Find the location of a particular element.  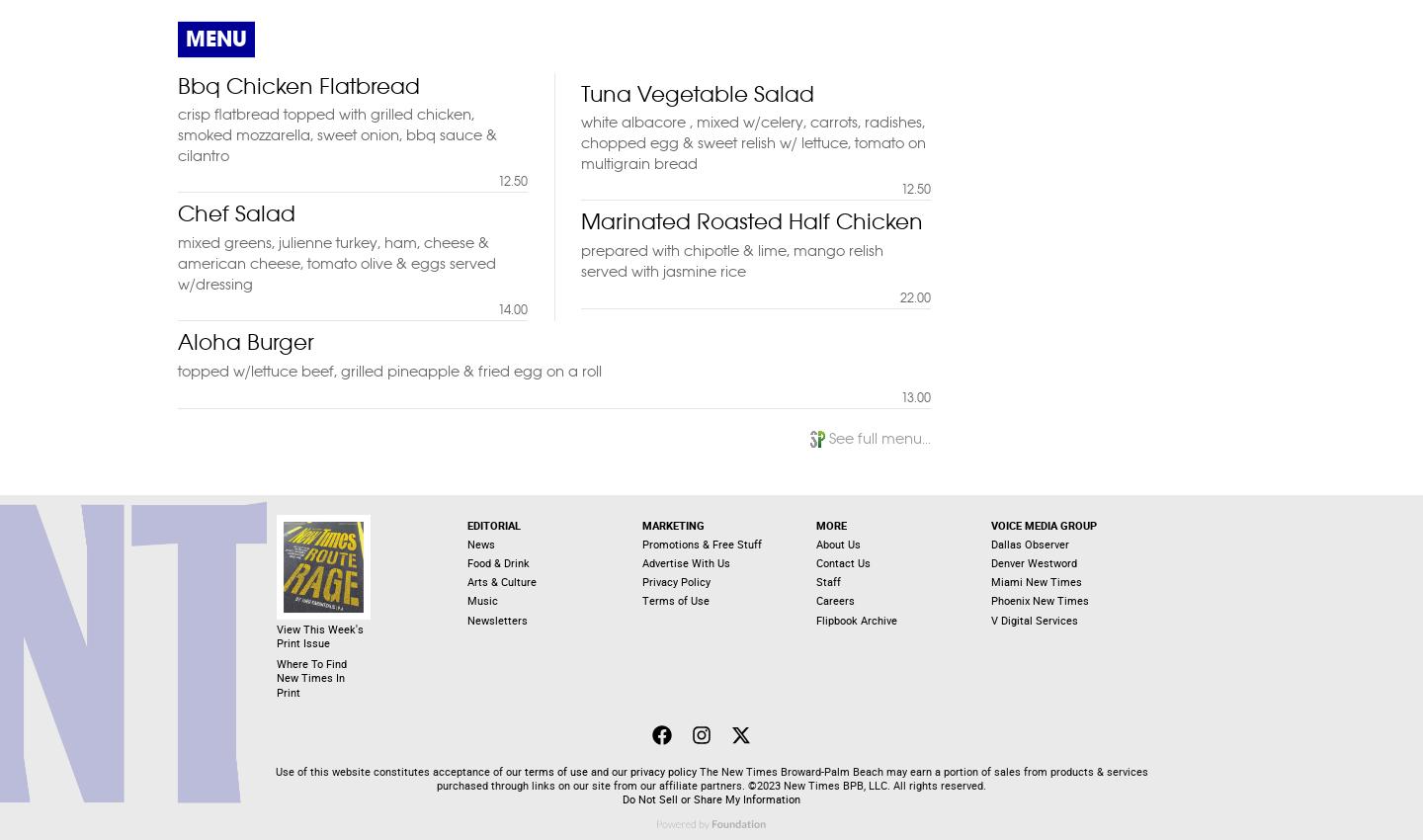

'See full menu...' is located at coordinates (879, 436).